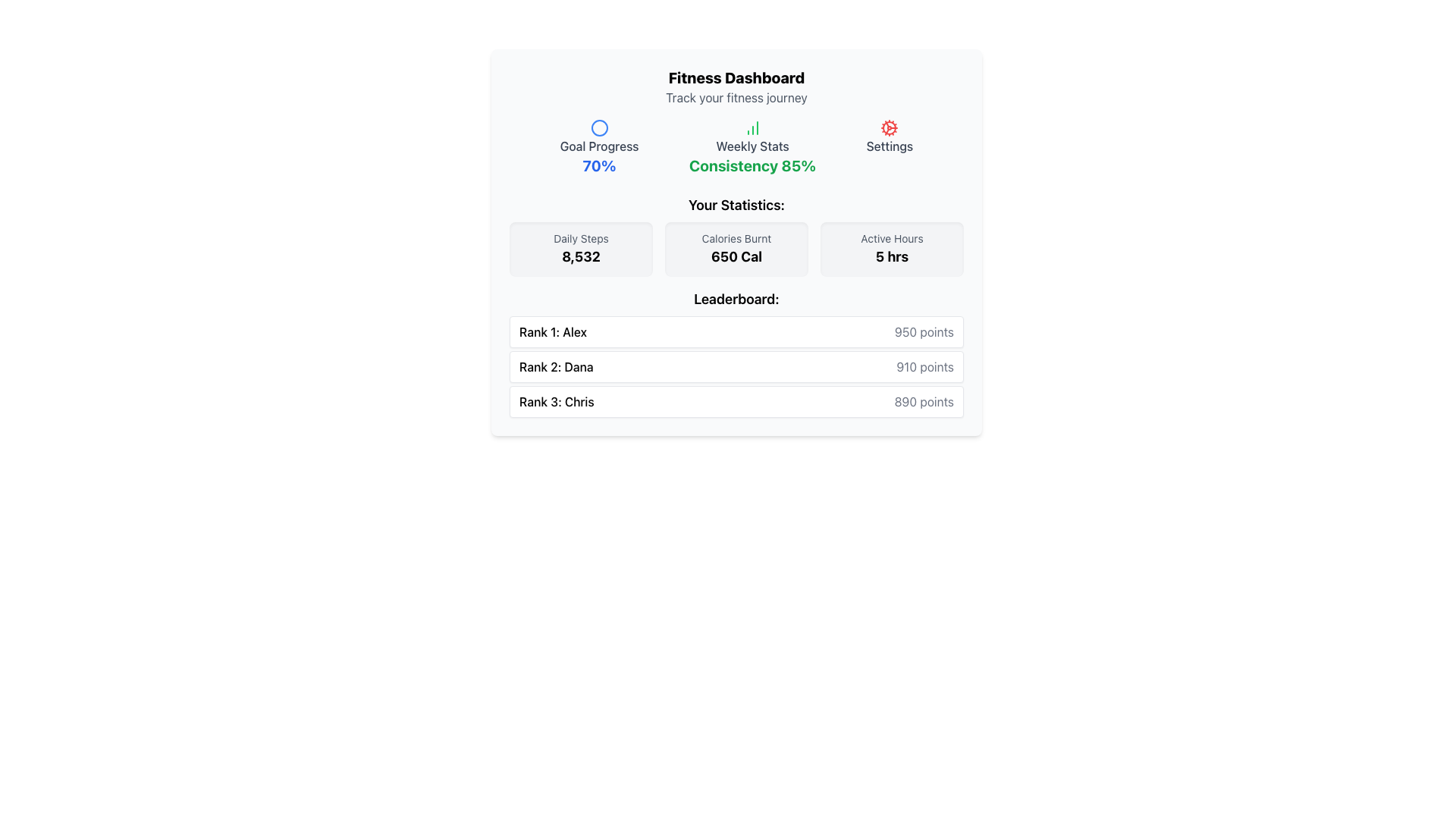 The height and width of the screenshot is (819, 1456). Describe the element at coordinates (736, 78) in the screenshot. I see `the bold, black text 'Fitness Dashboard' which is centered at the top of the interface` at that location.